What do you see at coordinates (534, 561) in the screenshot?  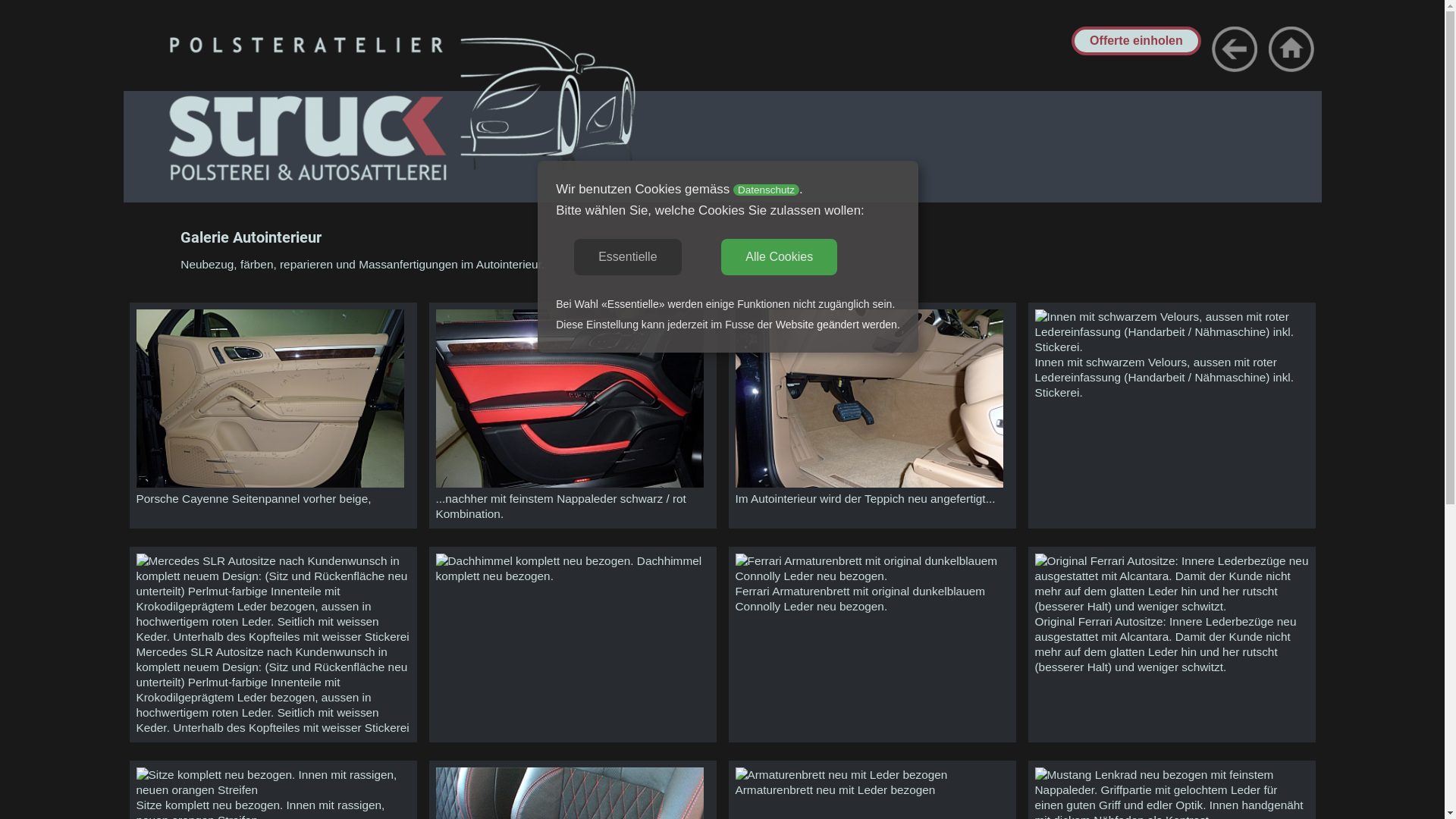 I see `'Dachhimmel komplett neu bezogen.'` at bounding box center [534, 561].